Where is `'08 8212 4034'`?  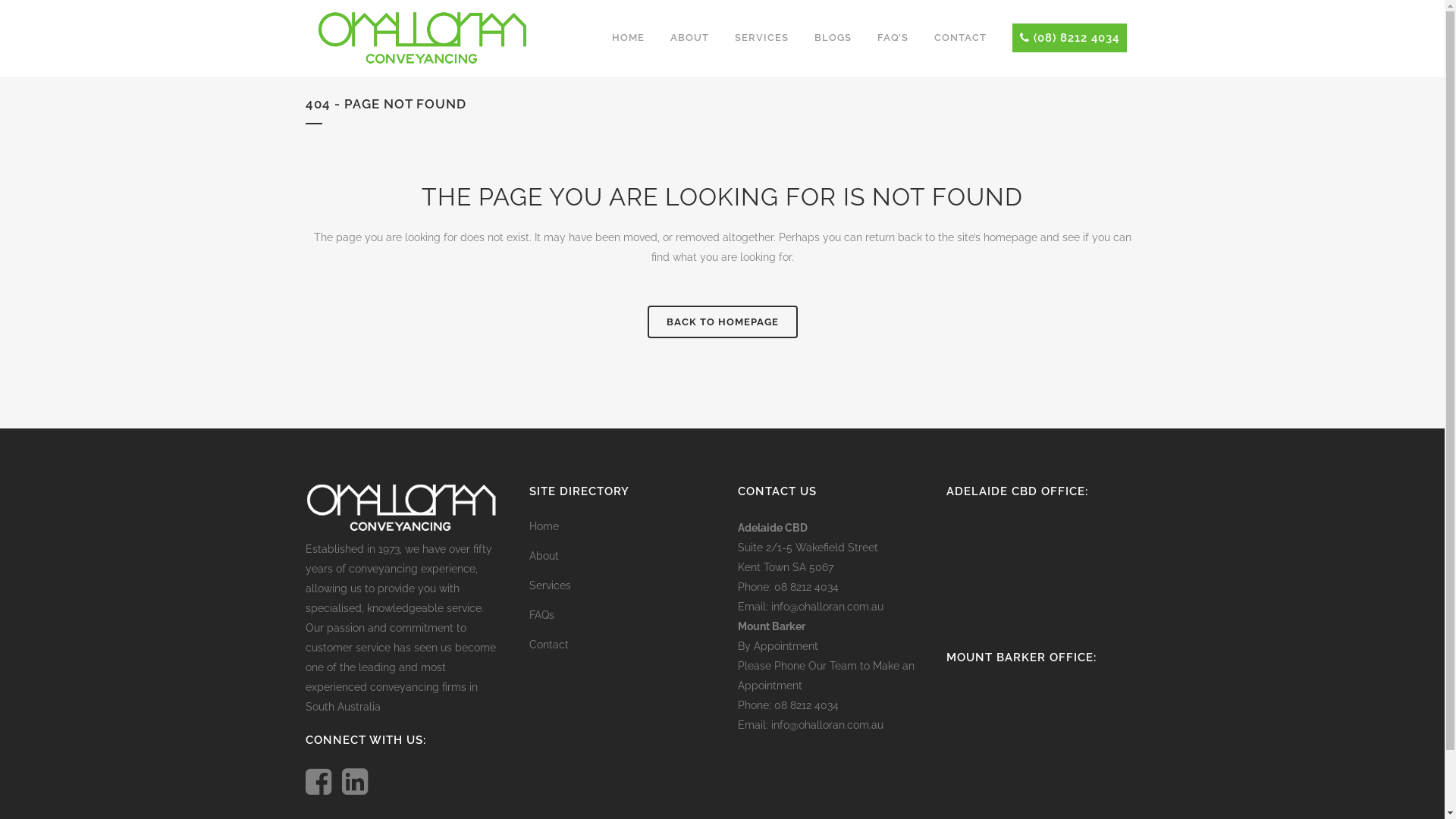
'08 8212 4034' is located at coordinates (805, 704).